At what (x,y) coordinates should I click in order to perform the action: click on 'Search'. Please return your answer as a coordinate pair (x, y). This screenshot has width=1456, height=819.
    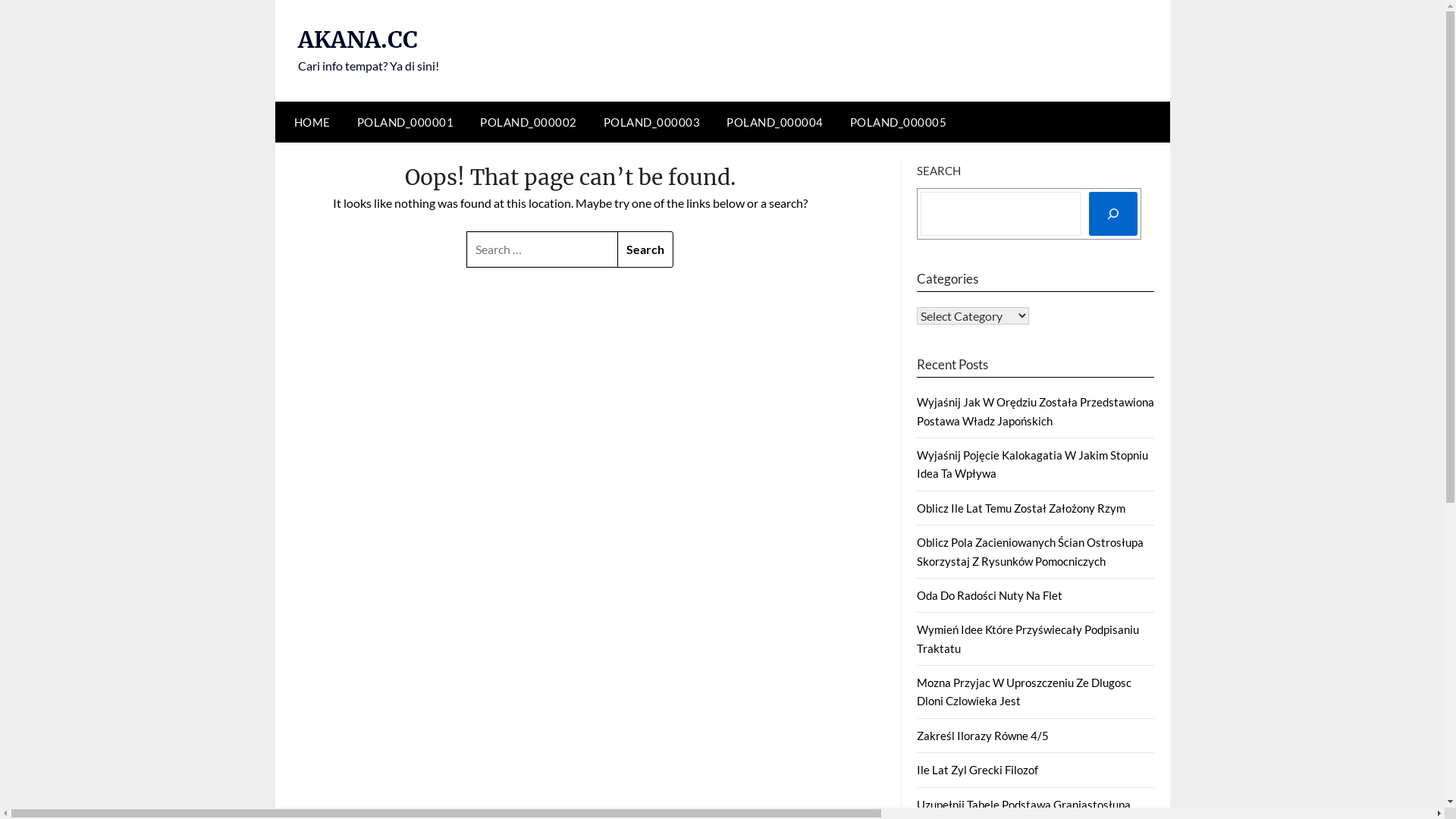
    Looking at the image, I should click on (617, 248).